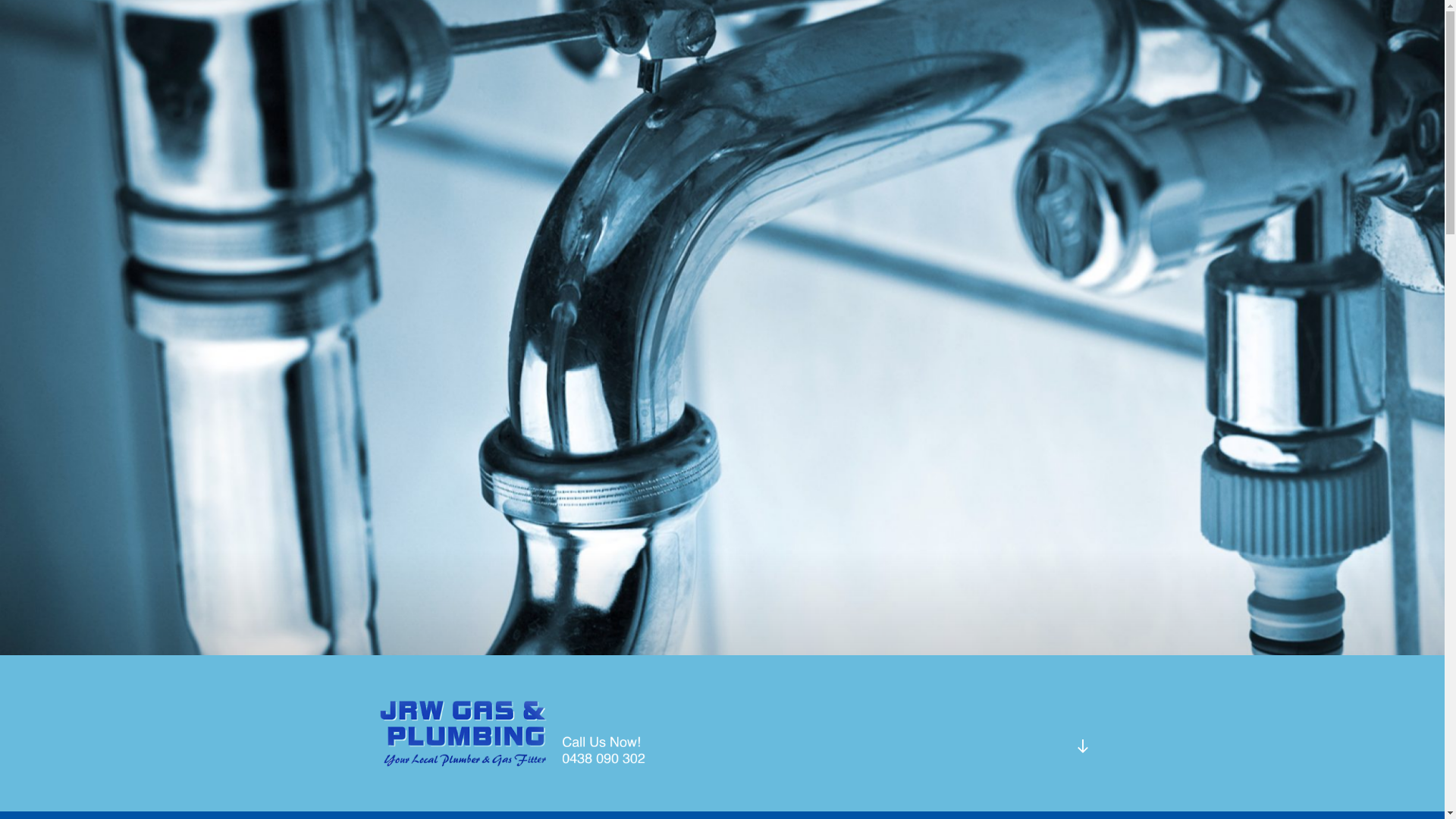  What do you see at coordinates (1081, 745) in the screenshot?
I see `'Scroll down to content'` at bounding box center [1081, 745].